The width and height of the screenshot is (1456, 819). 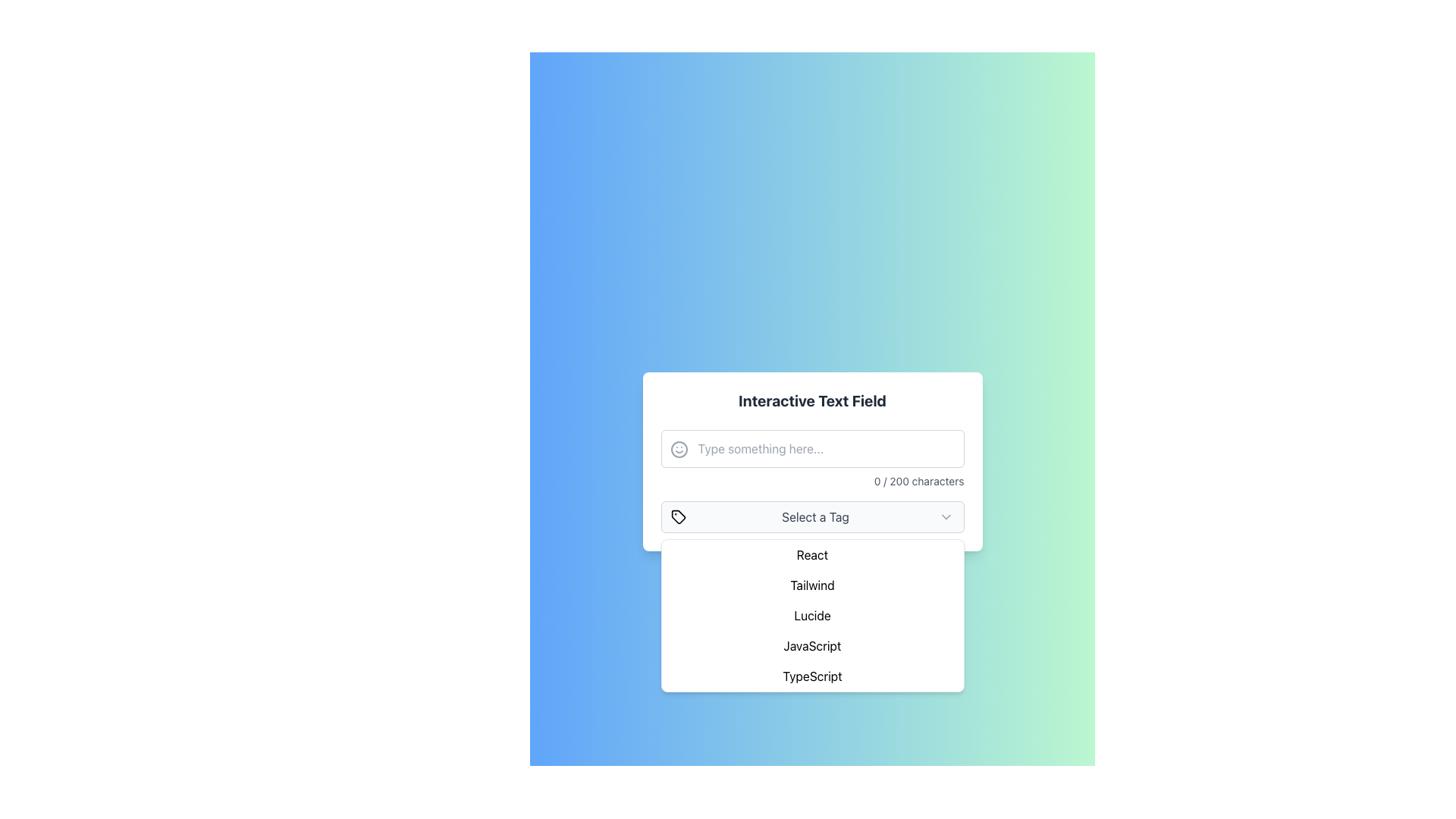 What do you see at coordinates (677, 516) in the screenshot?
I see `the tag-shaped icon located to the left of the 'Select a Tag' dropdown menu, which symbolizes tagging or categorization` at bounding box center [677, 516].